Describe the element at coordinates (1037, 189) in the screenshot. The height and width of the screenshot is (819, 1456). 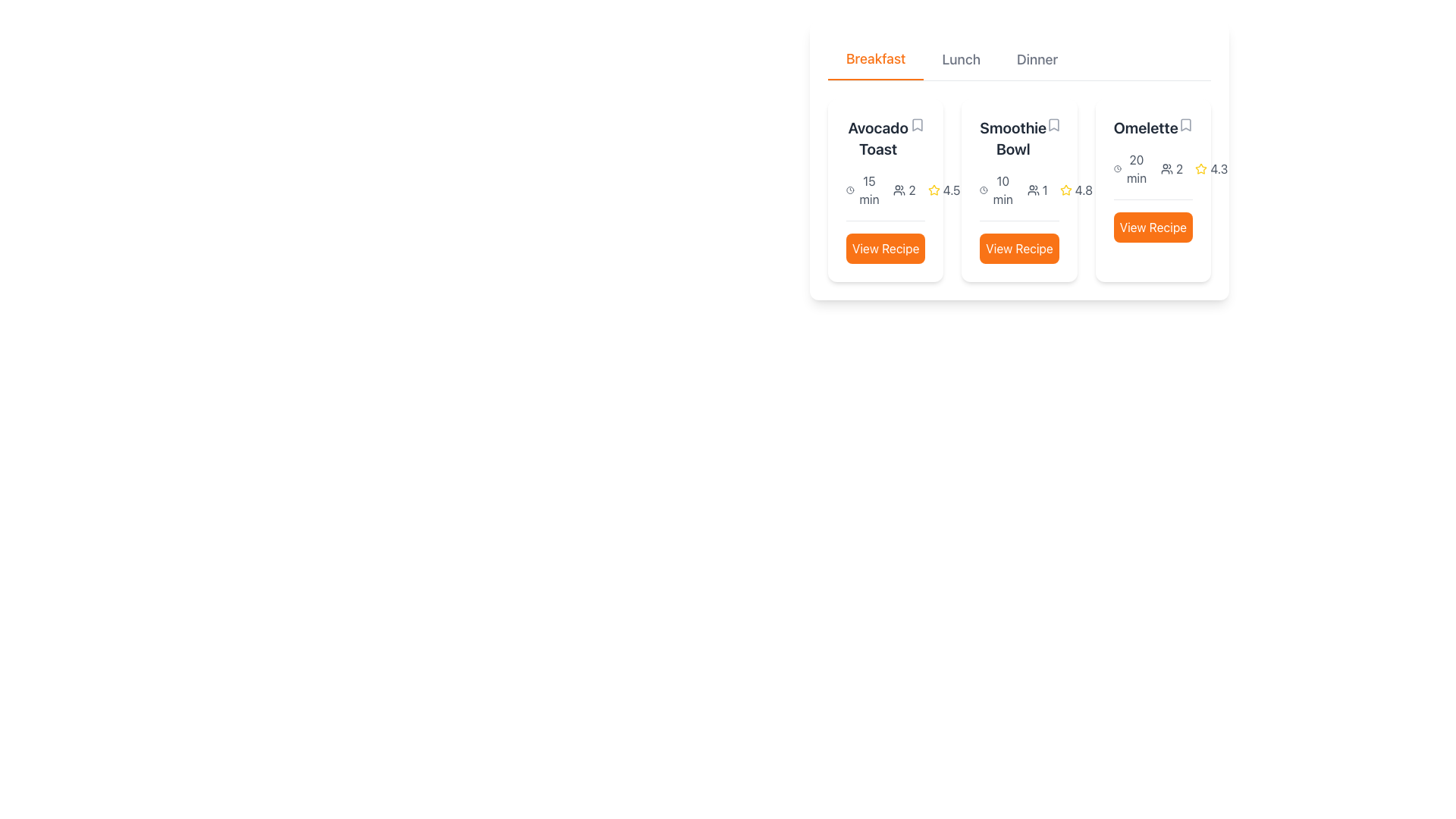
I see `informational text indicating the number of people associated with the 'Smoothie Bowl' recipe, which displays '1'` at that location.